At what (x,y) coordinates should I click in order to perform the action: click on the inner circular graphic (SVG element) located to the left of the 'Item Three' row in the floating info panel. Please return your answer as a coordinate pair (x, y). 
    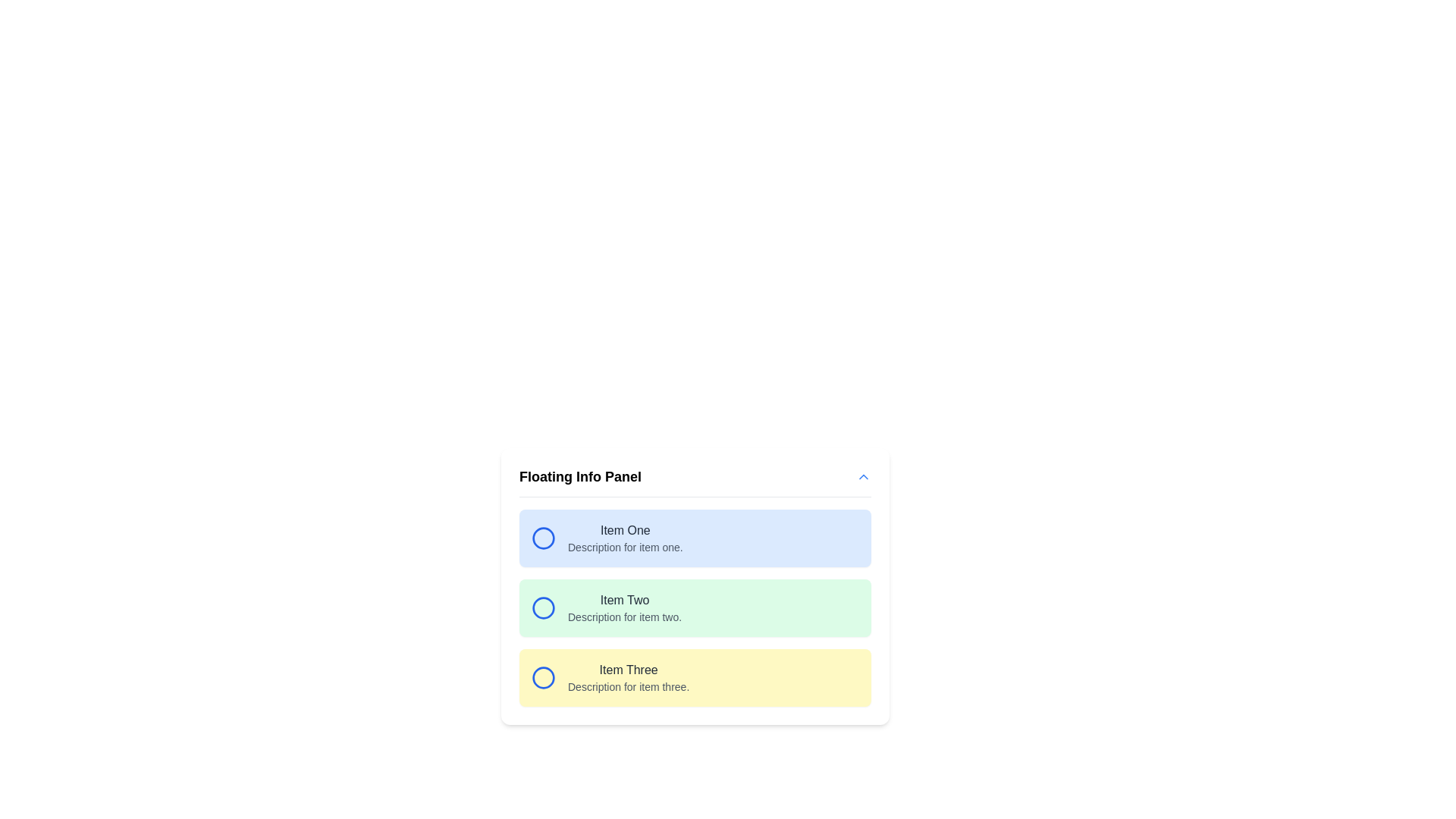
    Looking at the image, I should click on (543, 677).